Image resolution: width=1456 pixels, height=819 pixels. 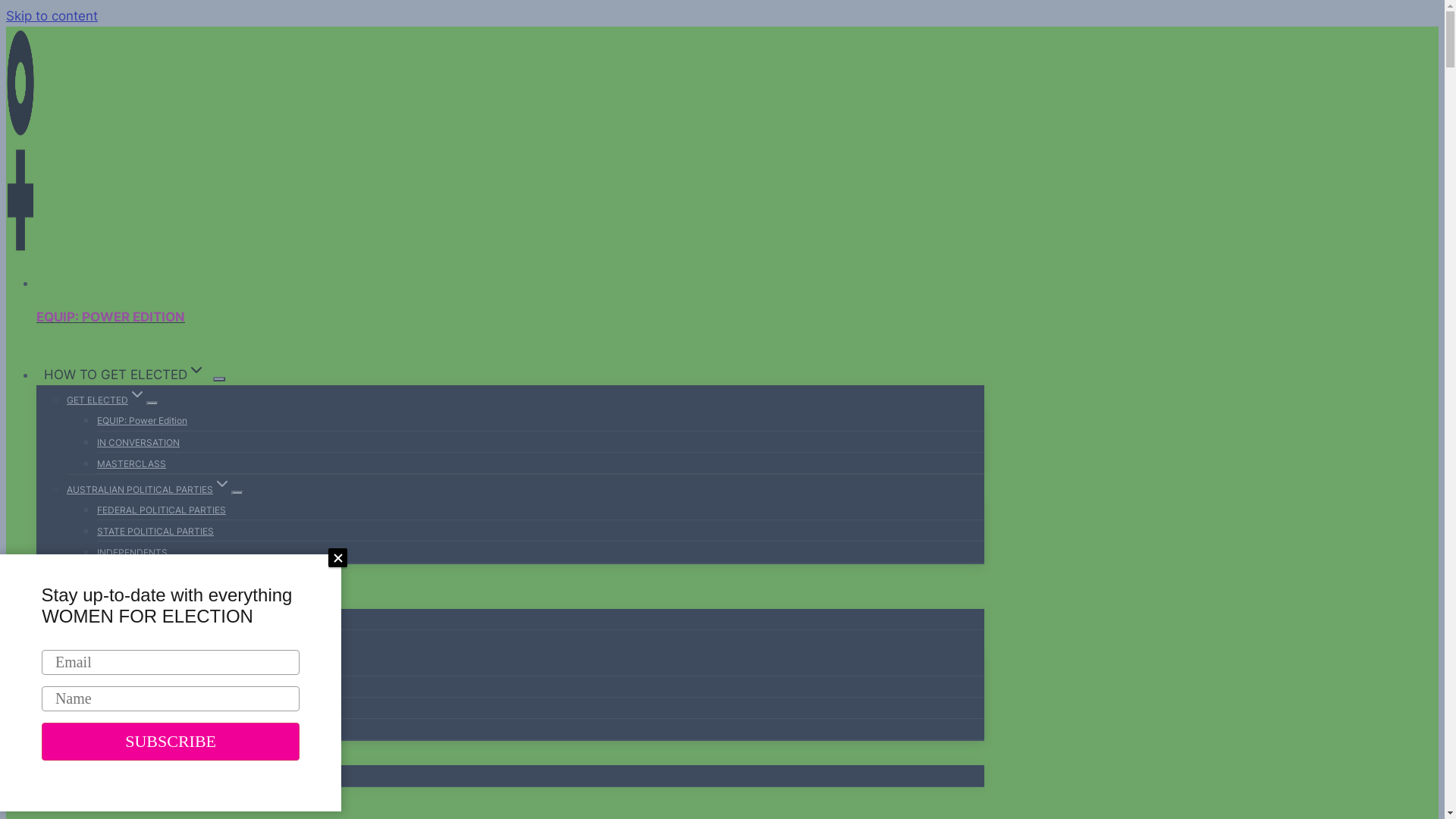 What do you see at coordinates (70, 755) in the screenshot?
I see `'BLOGExpand'` at bounding box center [70, 755].